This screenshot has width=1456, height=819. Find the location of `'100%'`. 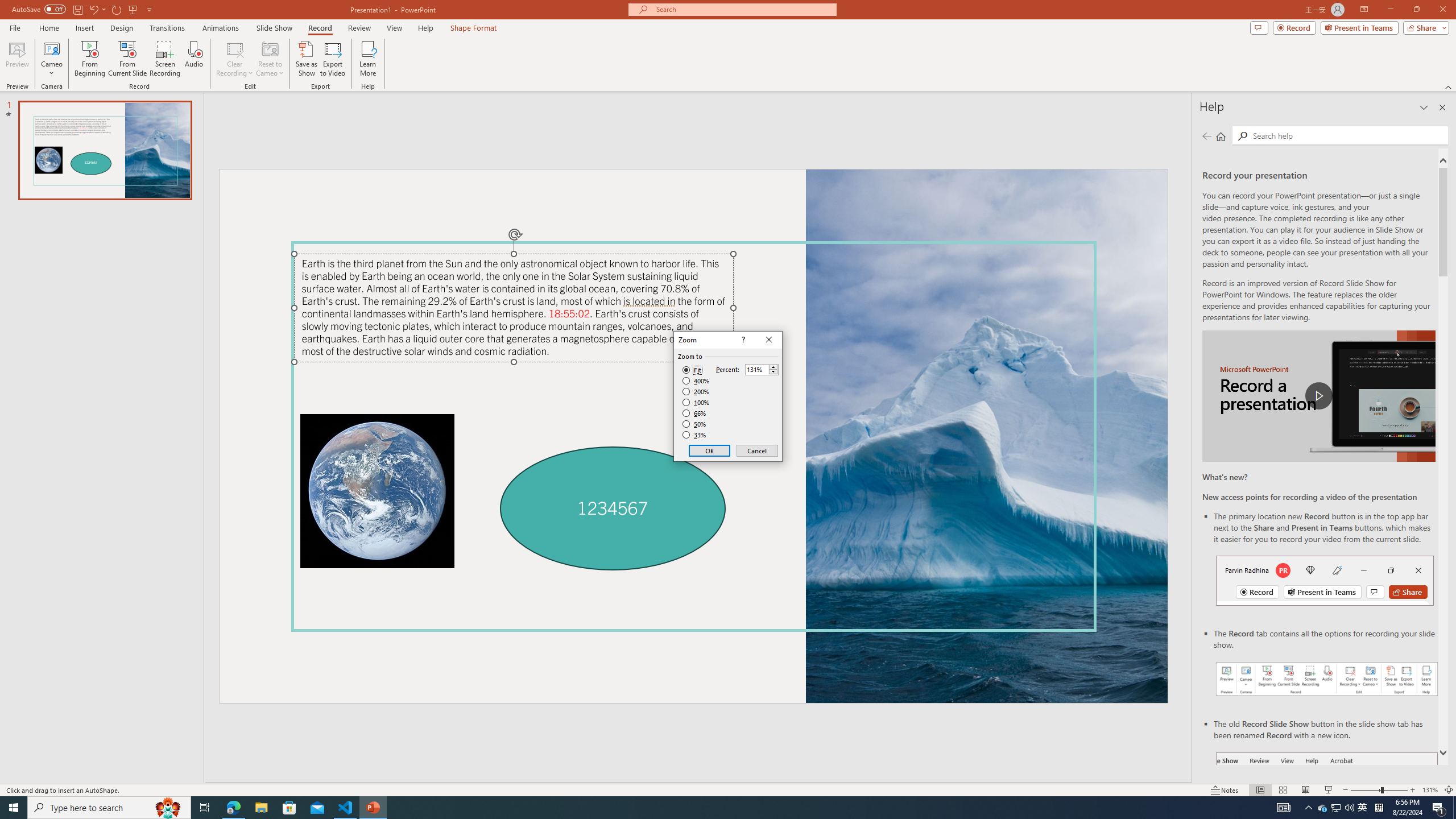

'100%' is located at coordinates (696, 402).